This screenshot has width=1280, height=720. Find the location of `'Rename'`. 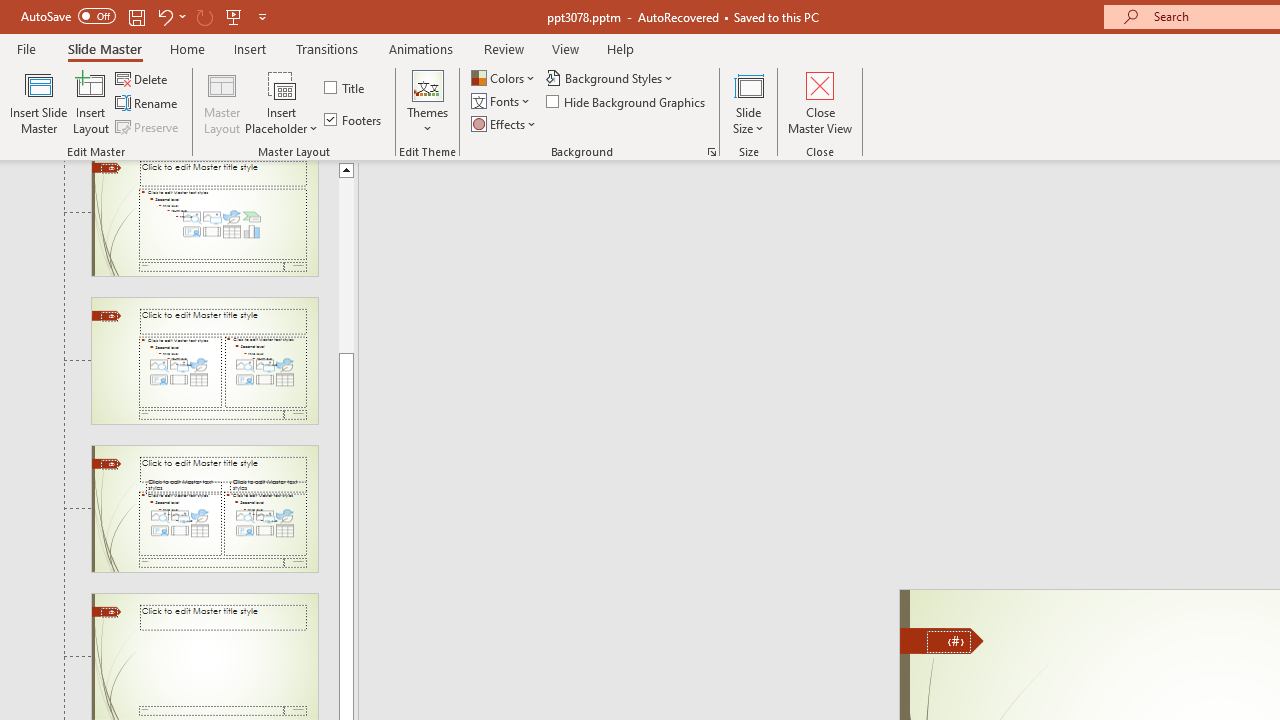

'Rename' is located at coordinates (147, 103).